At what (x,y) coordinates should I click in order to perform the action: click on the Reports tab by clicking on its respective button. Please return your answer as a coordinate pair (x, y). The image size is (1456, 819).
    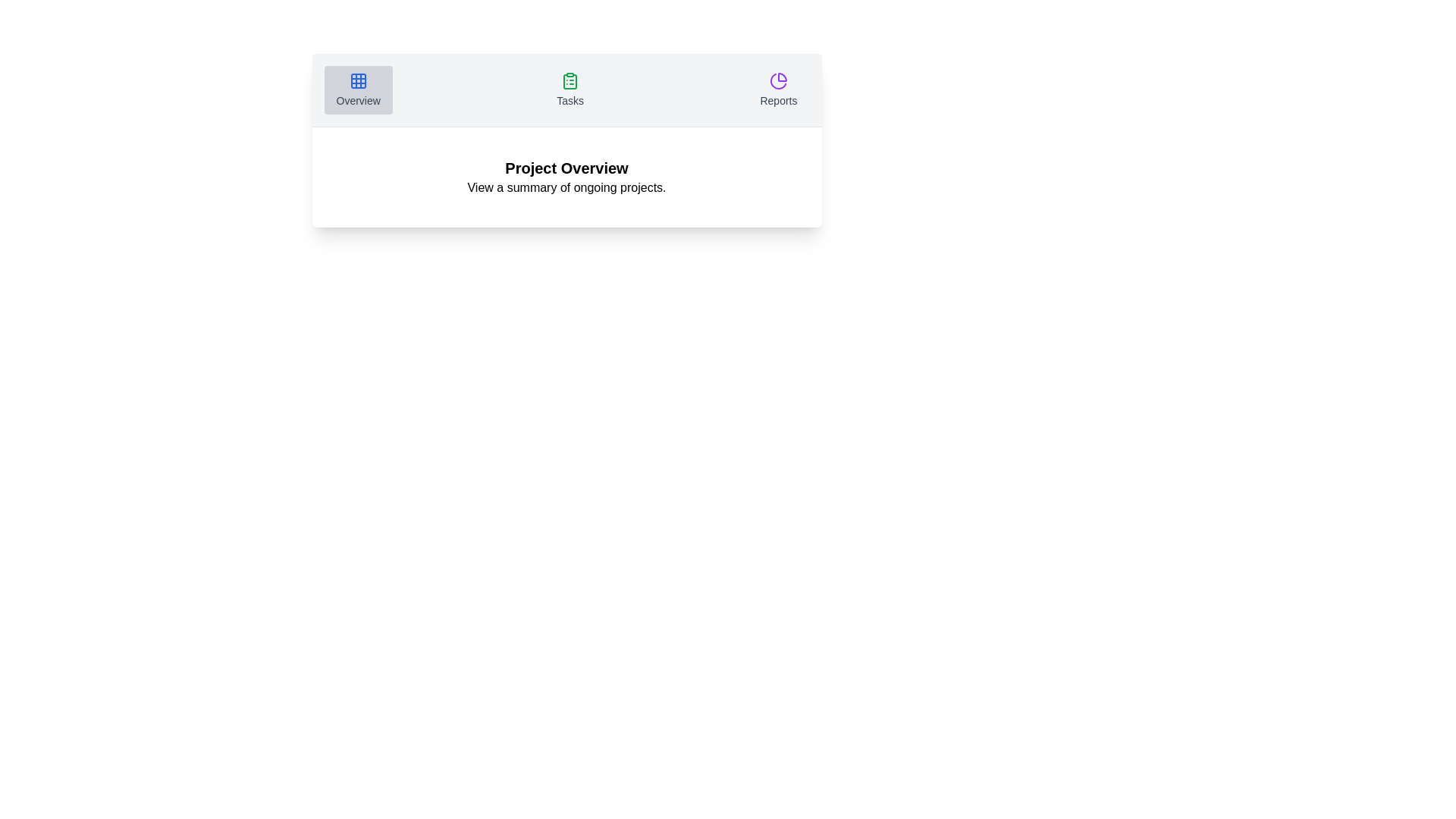
    Looking at the image, I should click on (779, 90).